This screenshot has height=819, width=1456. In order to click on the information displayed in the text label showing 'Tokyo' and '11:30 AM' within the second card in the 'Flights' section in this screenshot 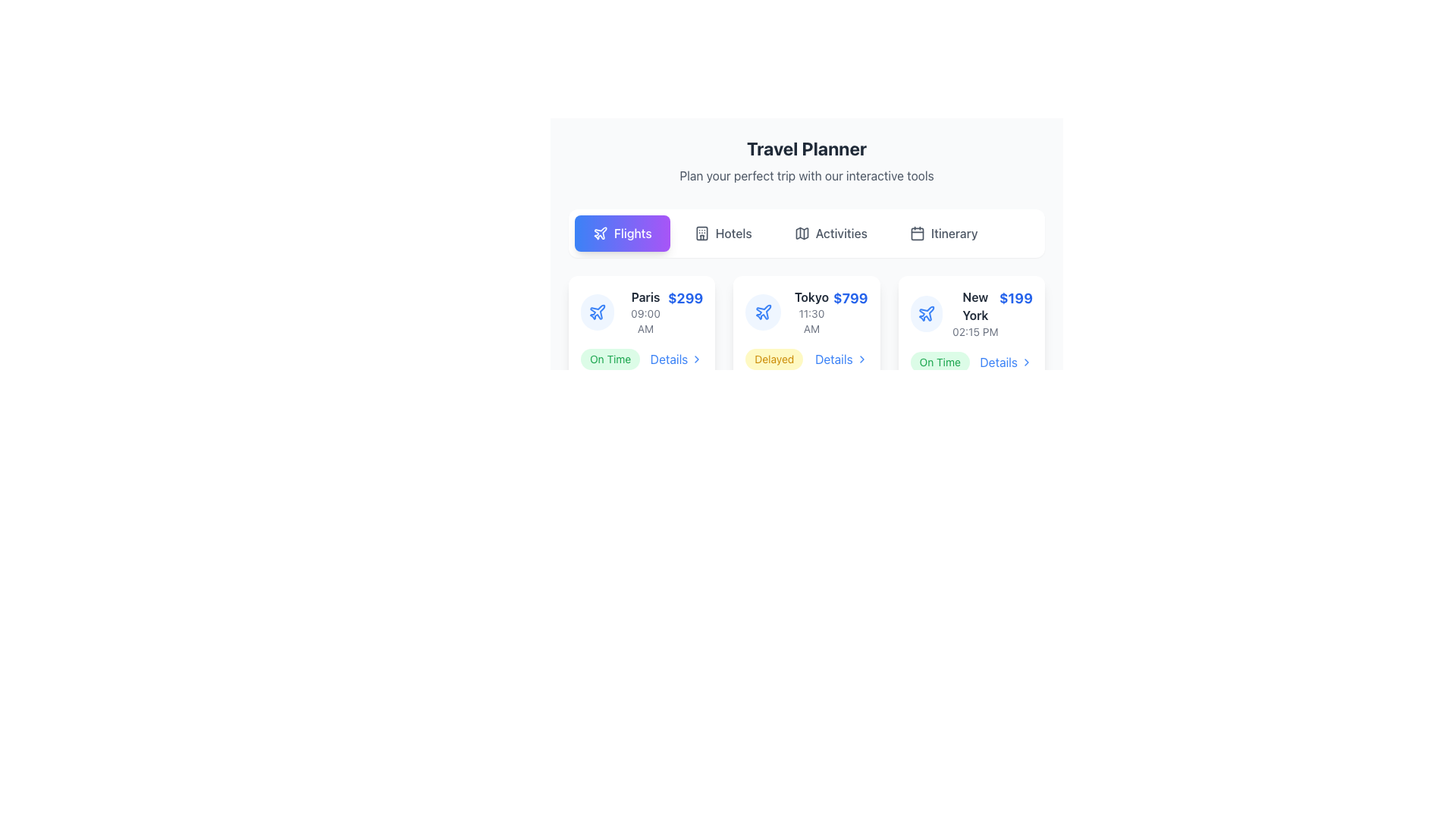, I will do `click(811, 312)`.